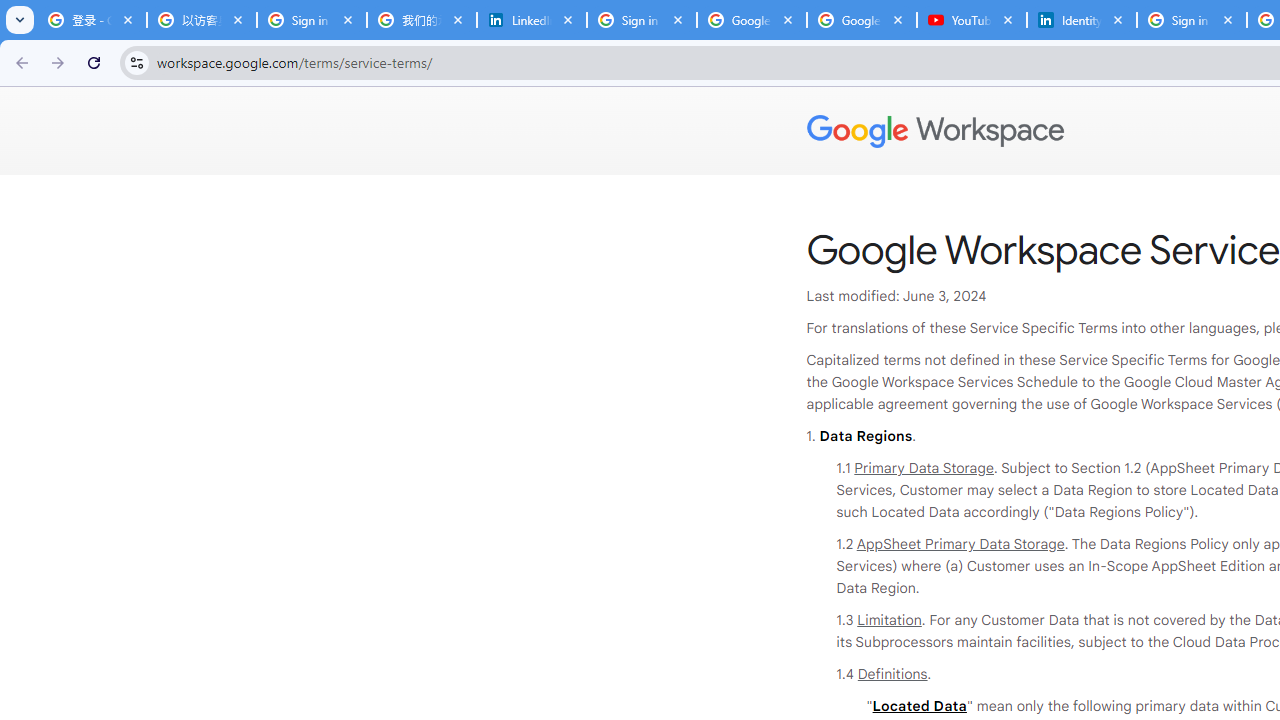  I want to click on 'YouTube', so click(971, 20).